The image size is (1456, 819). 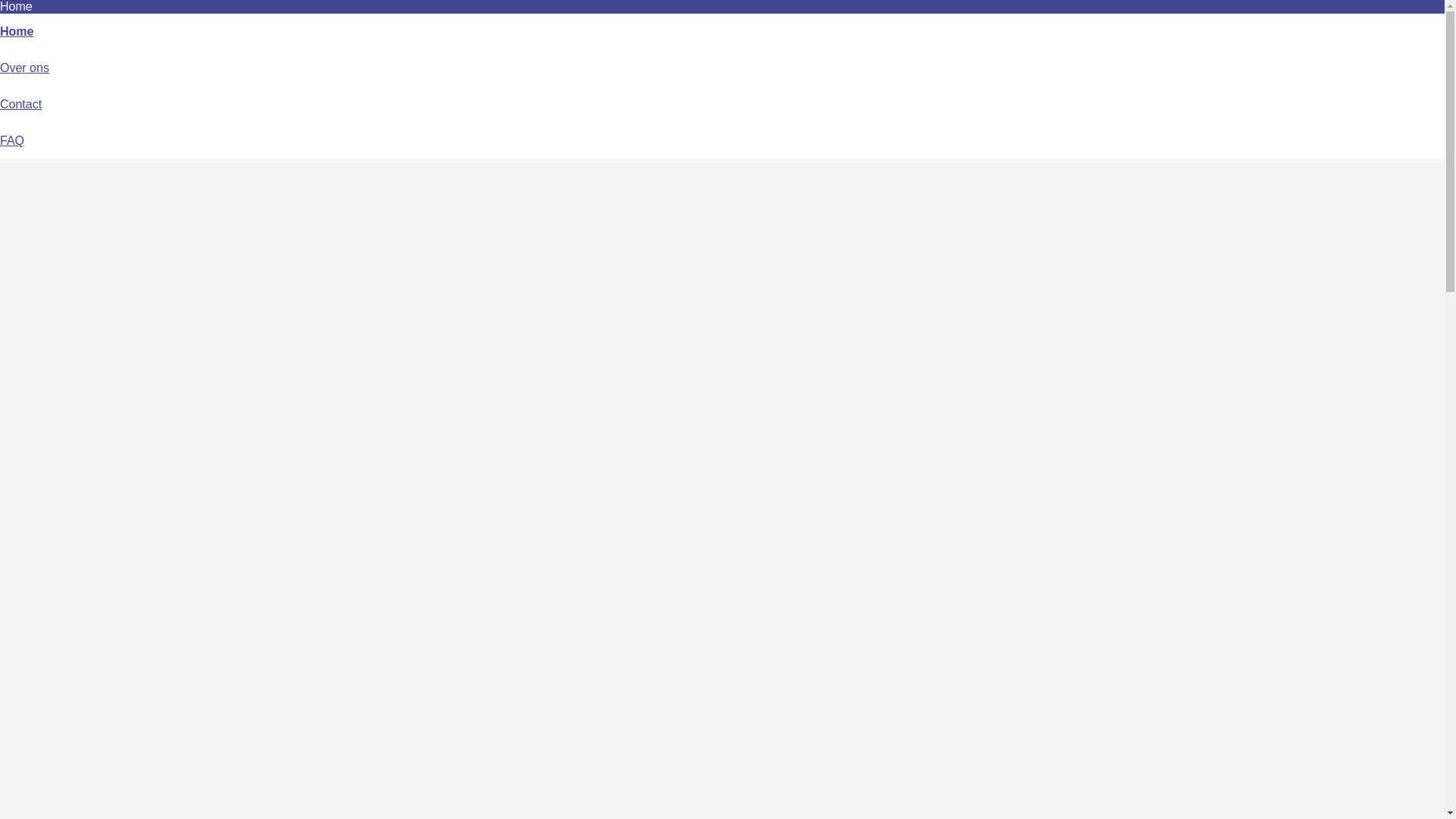 I want to click on 'Home', so click(x=17, y=31).